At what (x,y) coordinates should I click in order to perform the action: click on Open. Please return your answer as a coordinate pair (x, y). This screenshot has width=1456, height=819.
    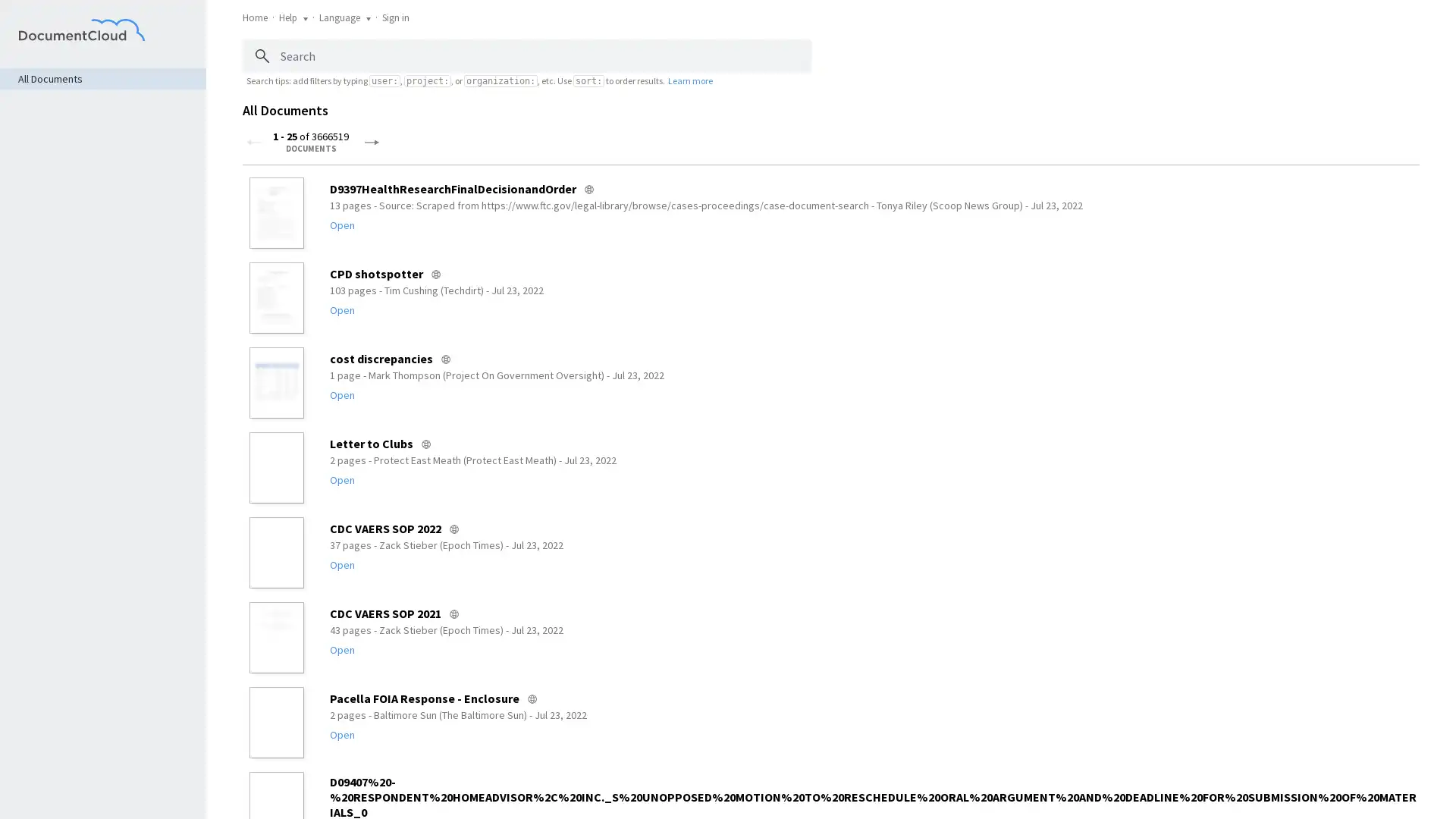
    Looking at the image, I should click on (341, 648).